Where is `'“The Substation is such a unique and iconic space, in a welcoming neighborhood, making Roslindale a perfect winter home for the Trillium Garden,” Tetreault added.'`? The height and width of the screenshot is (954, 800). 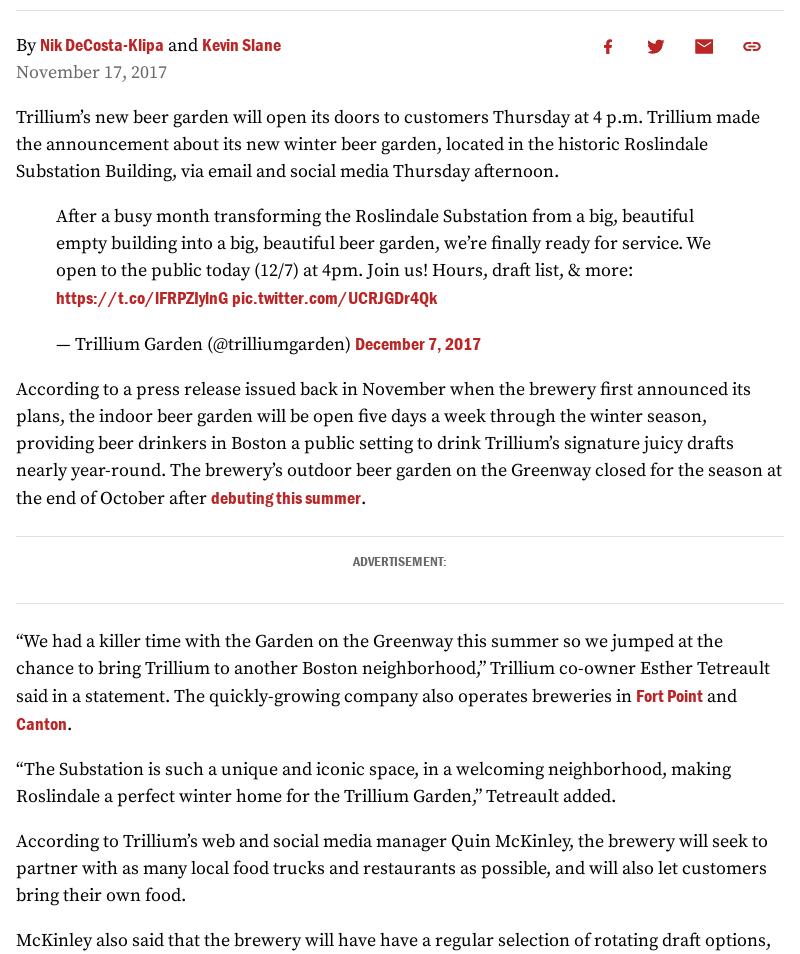
'“The Substation is such a unique and iconic space, in a welcoming neighborhood, making Roslindale a perfect winter home for the Trillium Garden,” Tetreault added.' is located at coordinates (372, 783).